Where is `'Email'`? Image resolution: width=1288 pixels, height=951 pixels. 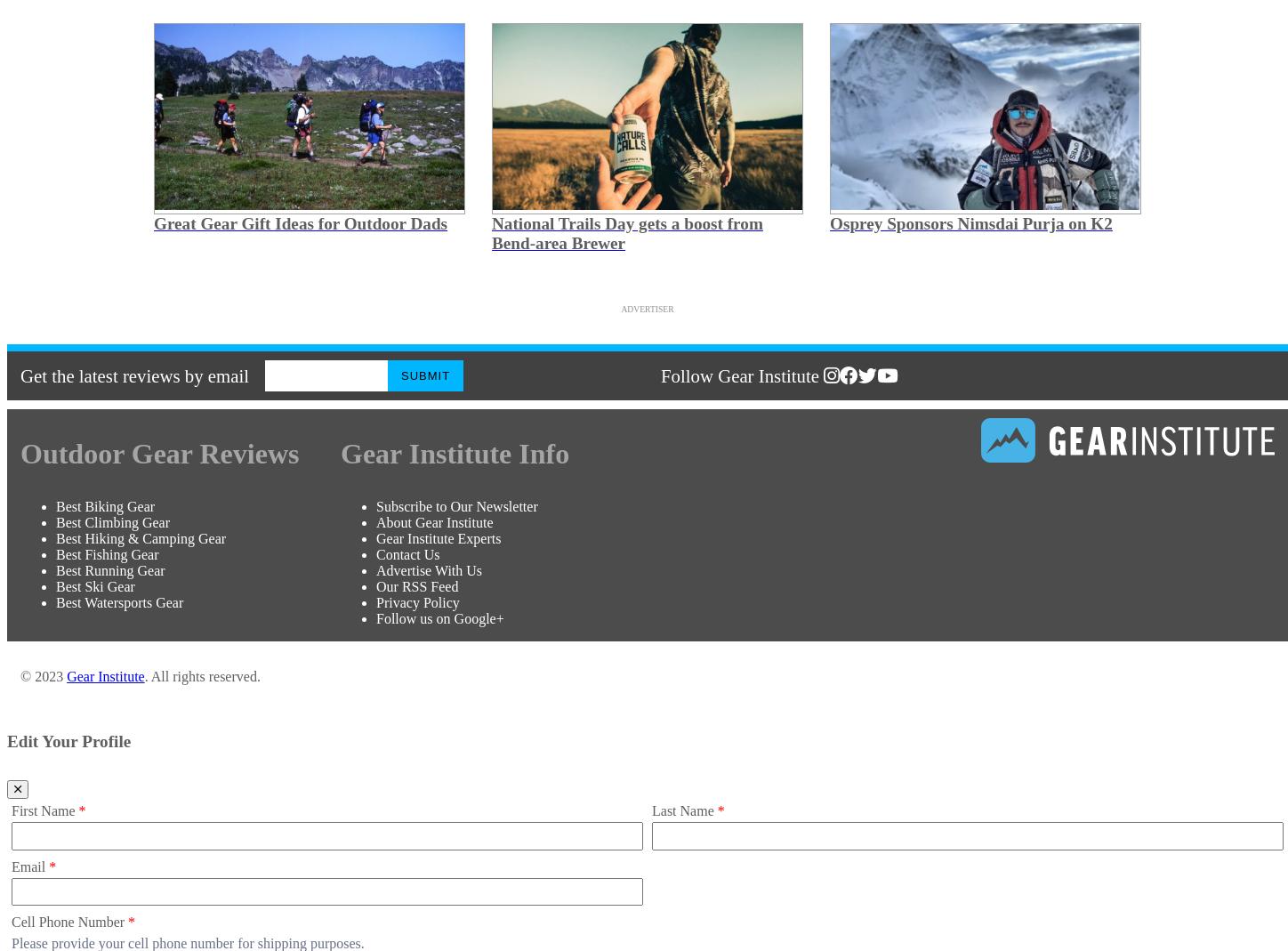 'Email' is located at coordinates (30, 866).